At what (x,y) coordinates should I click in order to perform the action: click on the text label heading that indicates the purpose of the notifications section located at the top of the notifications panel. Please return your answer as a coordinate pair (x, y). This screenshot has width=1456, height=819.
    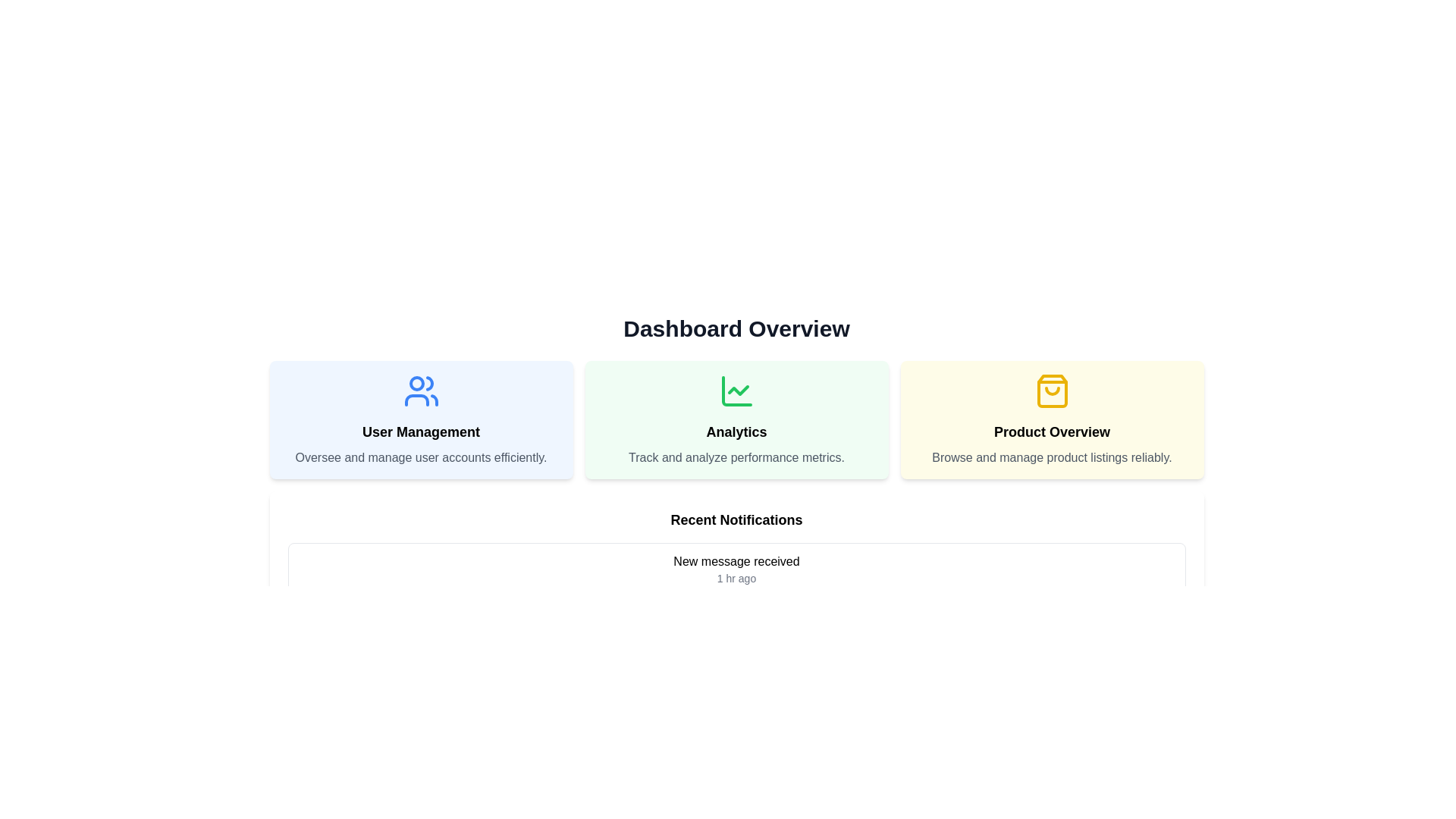
    Looking at the image, I should click on (736, 519).